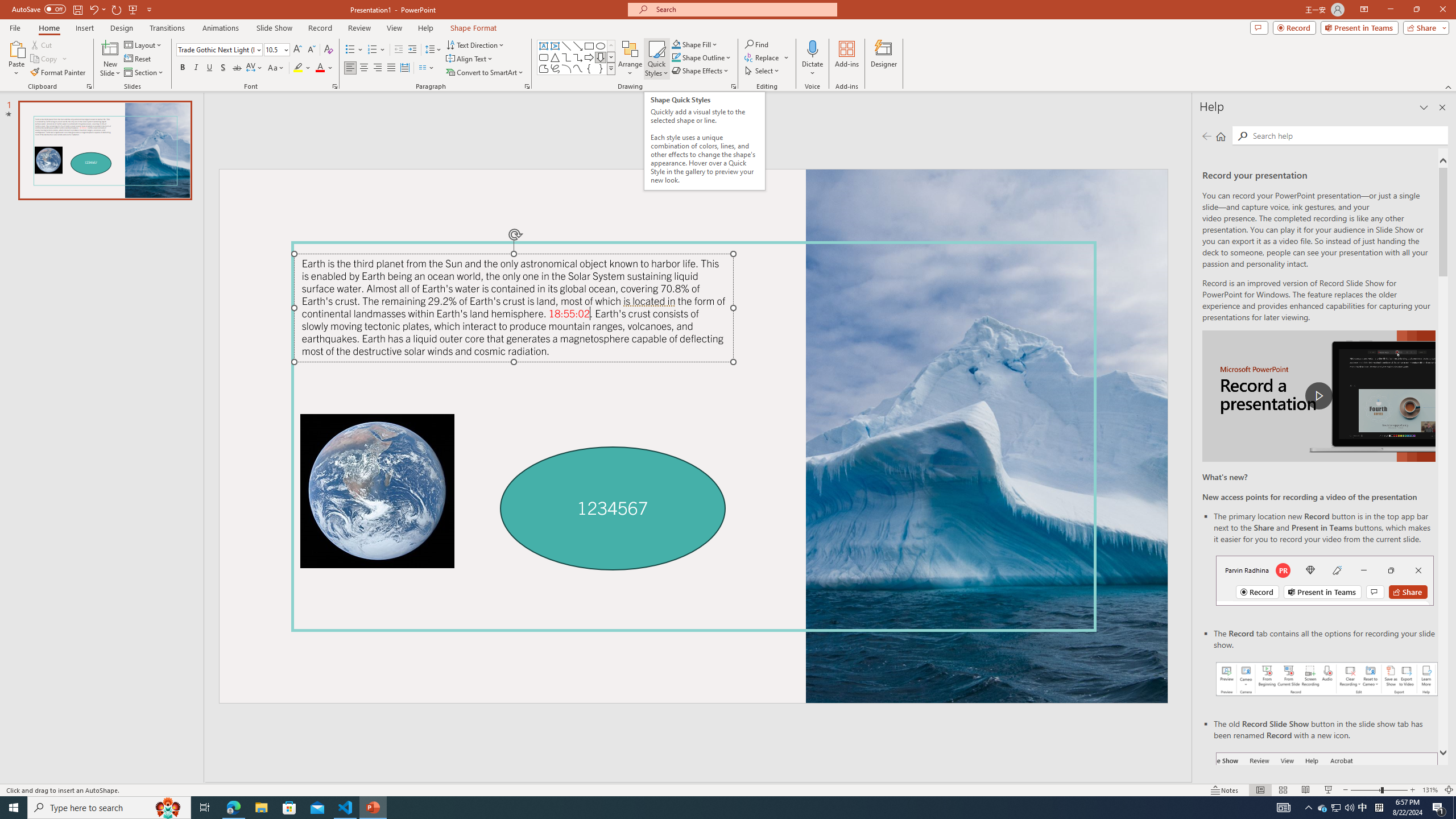 The width and height of the screenshot is (1456, 819). What do you see at coordinates (412, 49) in the screenshot?
I see `'Increase Indent'` at bounding box center [412, 49].